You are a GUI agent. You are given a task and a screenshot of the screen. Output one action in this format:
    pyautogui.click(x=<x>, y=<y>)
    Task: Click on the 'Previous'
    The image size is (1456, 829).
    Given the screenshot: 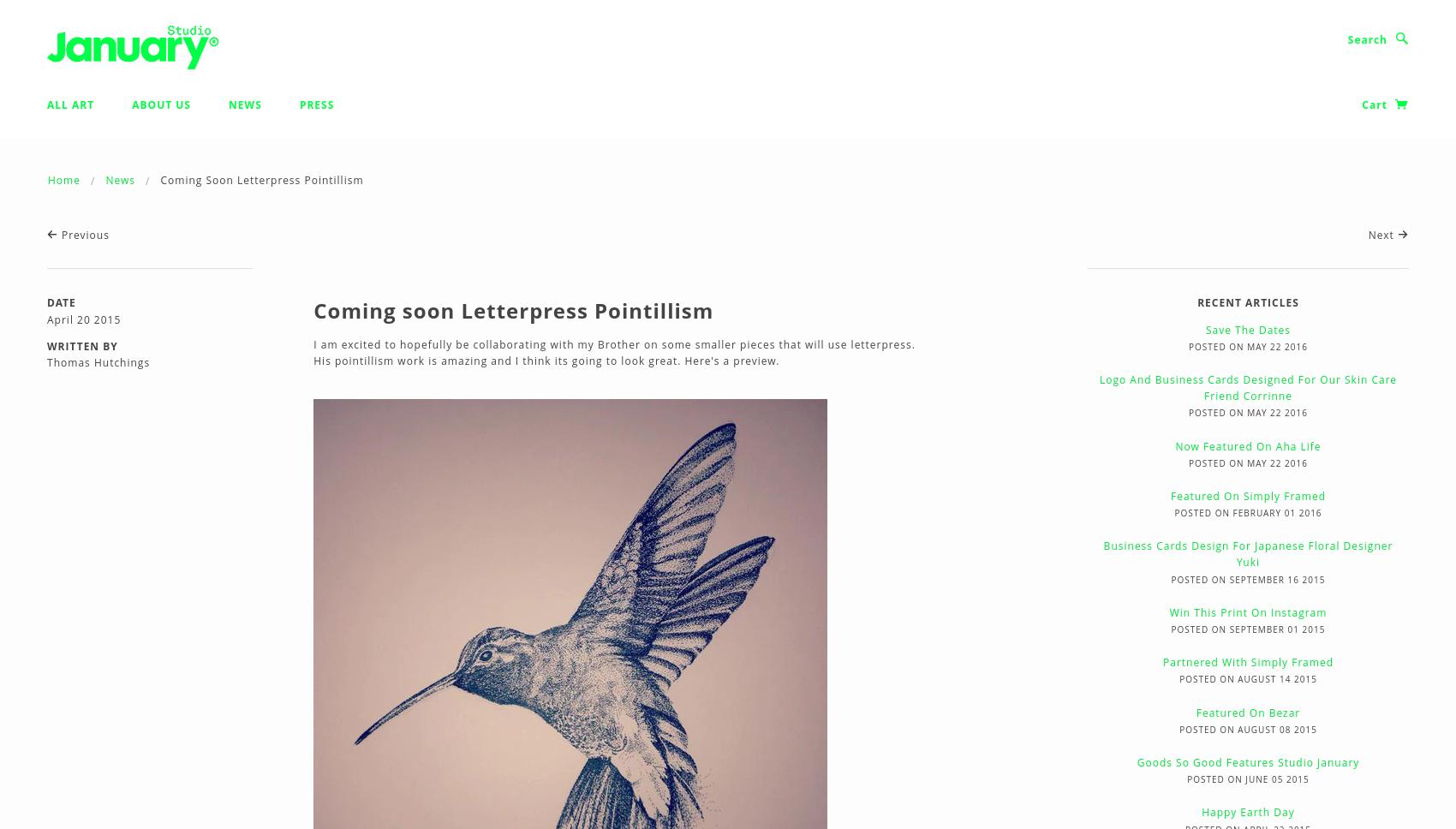 What is the action you would take?
    pyautogui.click(x=83, y=235)
    